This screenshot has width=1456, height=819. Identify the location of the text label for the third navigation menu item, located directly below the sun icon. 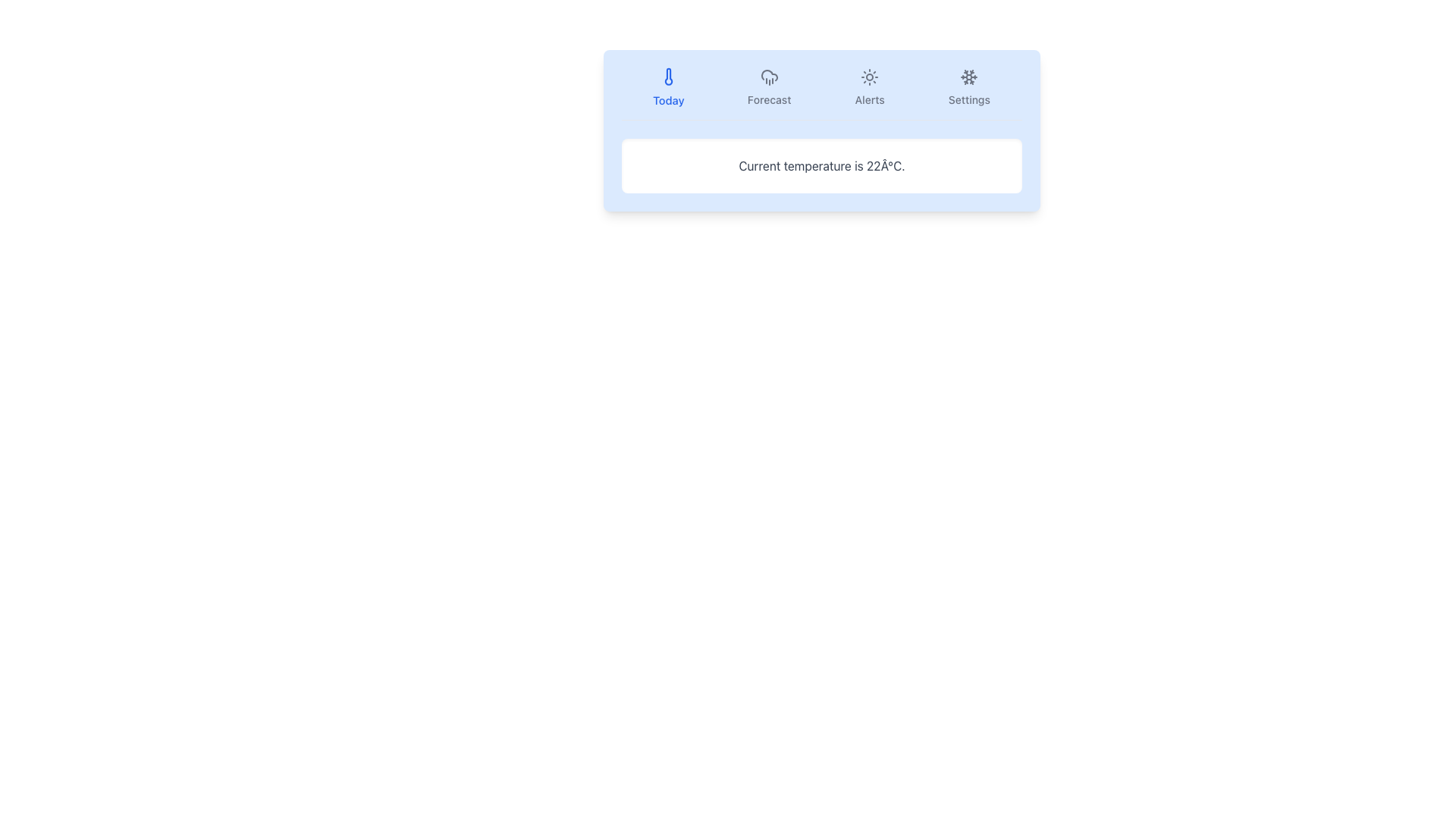
(870, 99).